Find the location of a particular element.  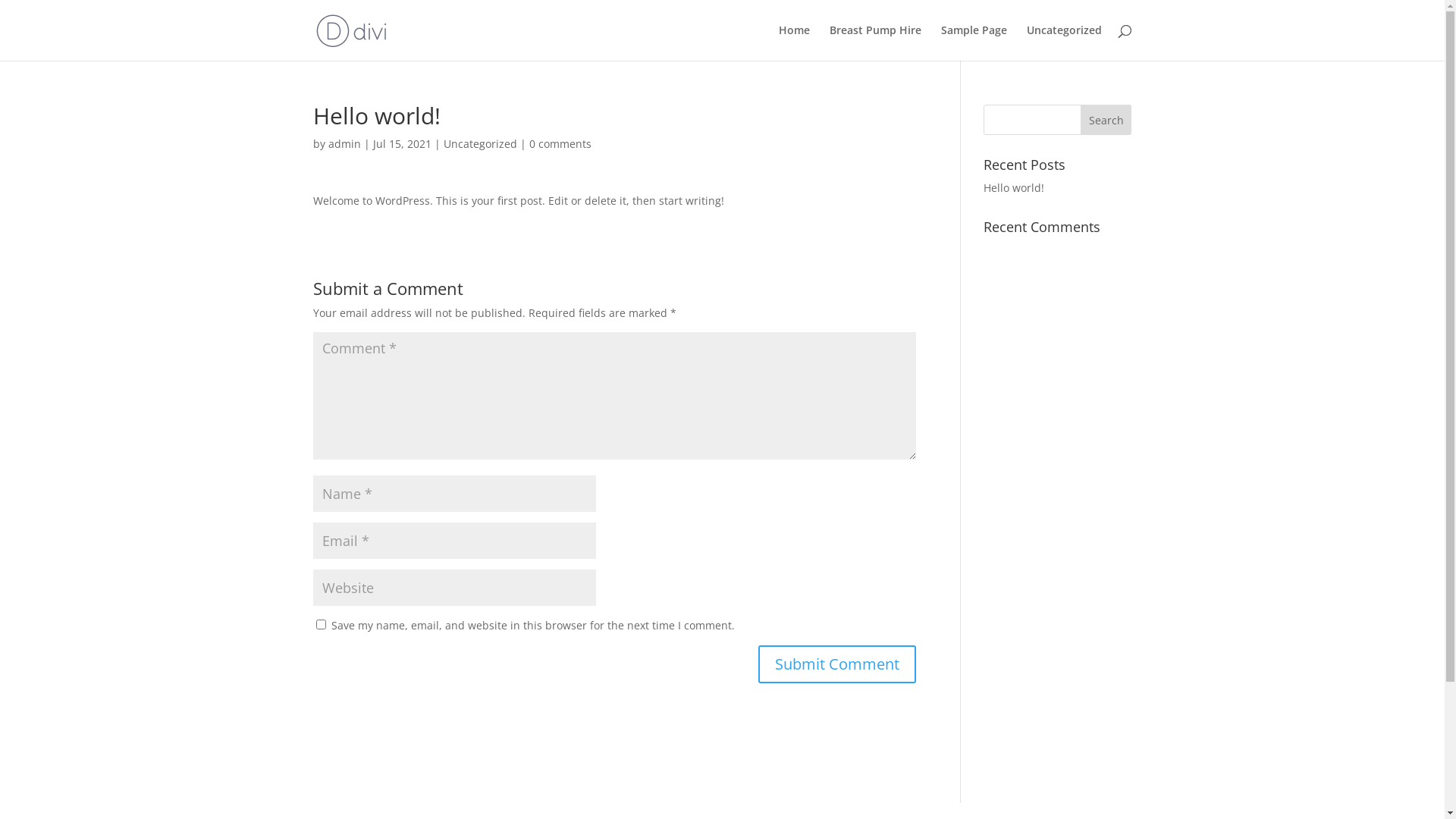

'Hello world!' is located at coordinates (1014, 187).